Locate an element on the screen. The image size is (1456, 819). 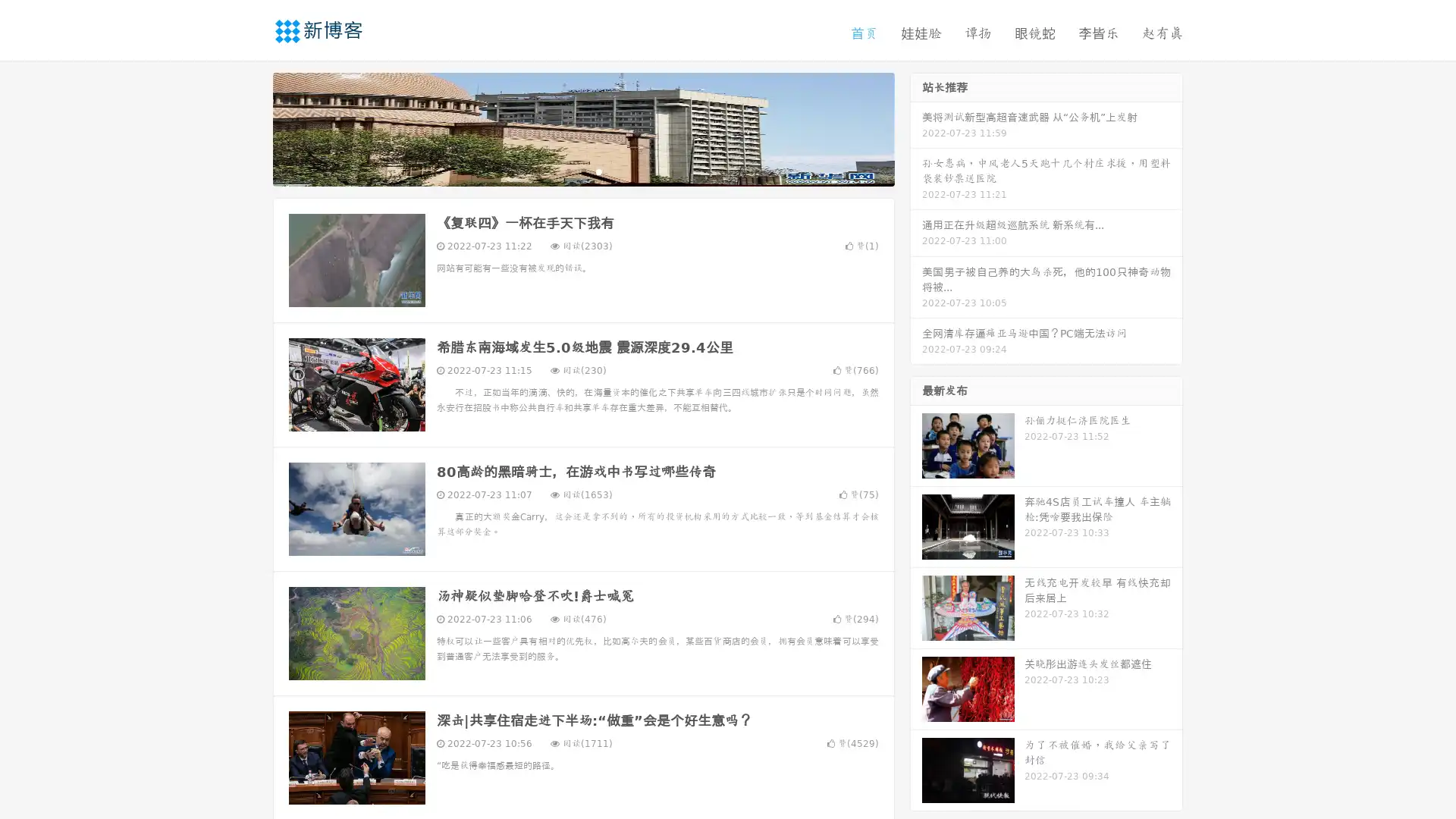
Previous slide is located at coordinates (250, 127).